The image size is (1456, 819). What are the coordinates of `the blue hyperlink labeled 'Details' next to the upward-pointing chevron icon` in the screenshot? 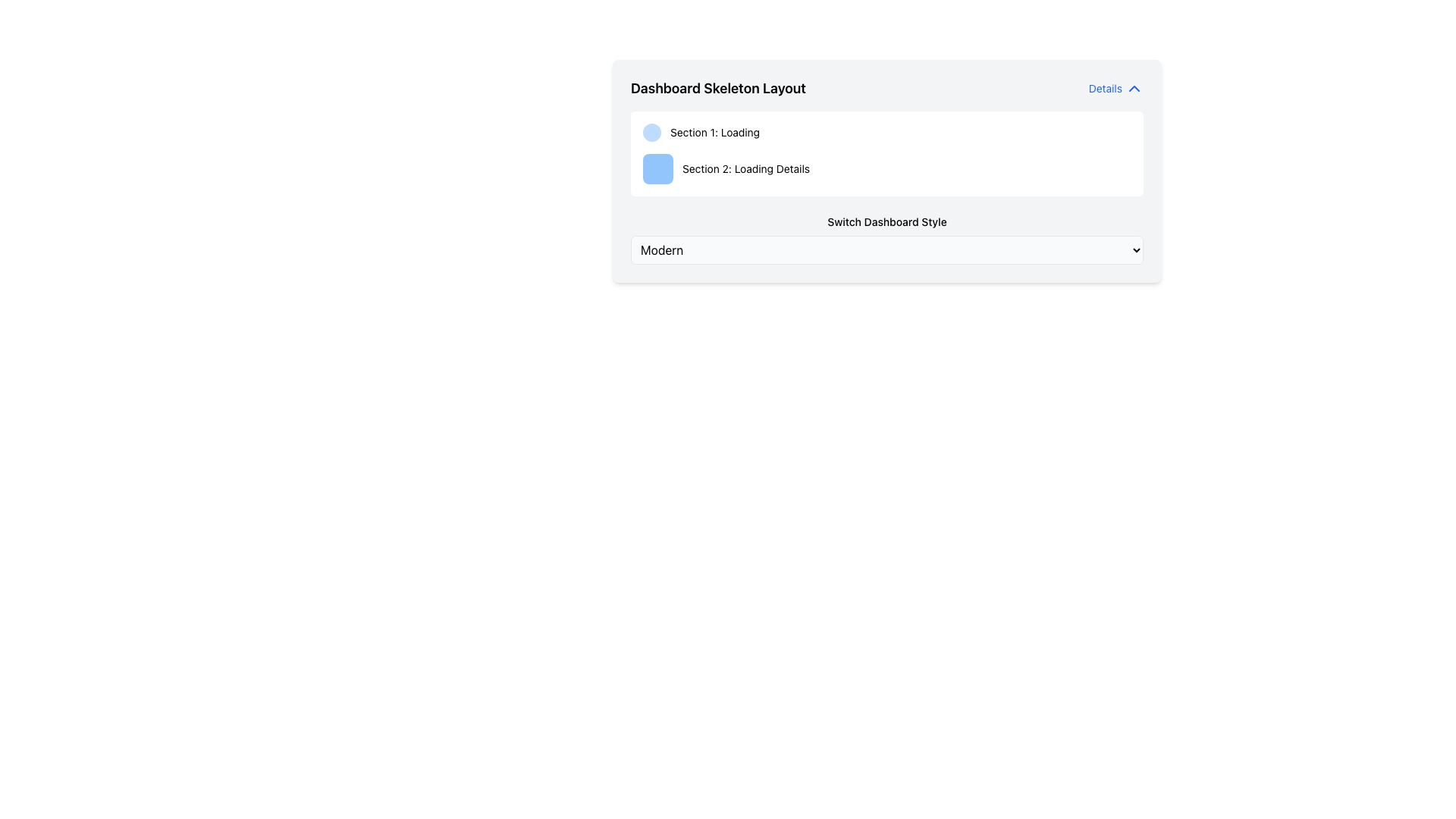 It's located at (1116, 88).